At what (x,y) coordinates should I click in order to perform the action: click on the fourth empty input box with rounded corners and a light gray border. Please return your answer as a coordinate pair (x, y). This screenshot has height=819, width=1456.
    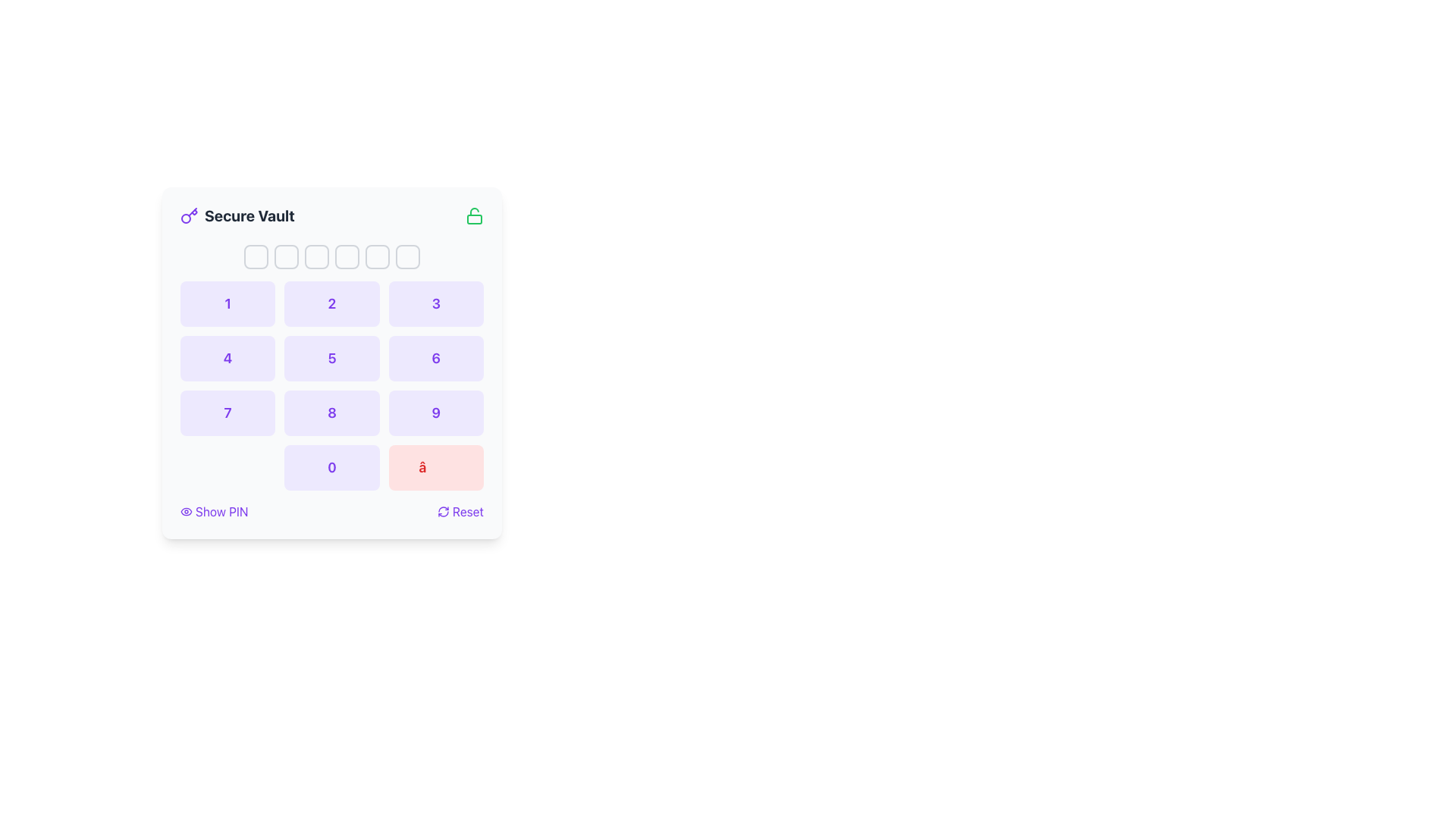
    Looking at the image, I should click on (346, 256).